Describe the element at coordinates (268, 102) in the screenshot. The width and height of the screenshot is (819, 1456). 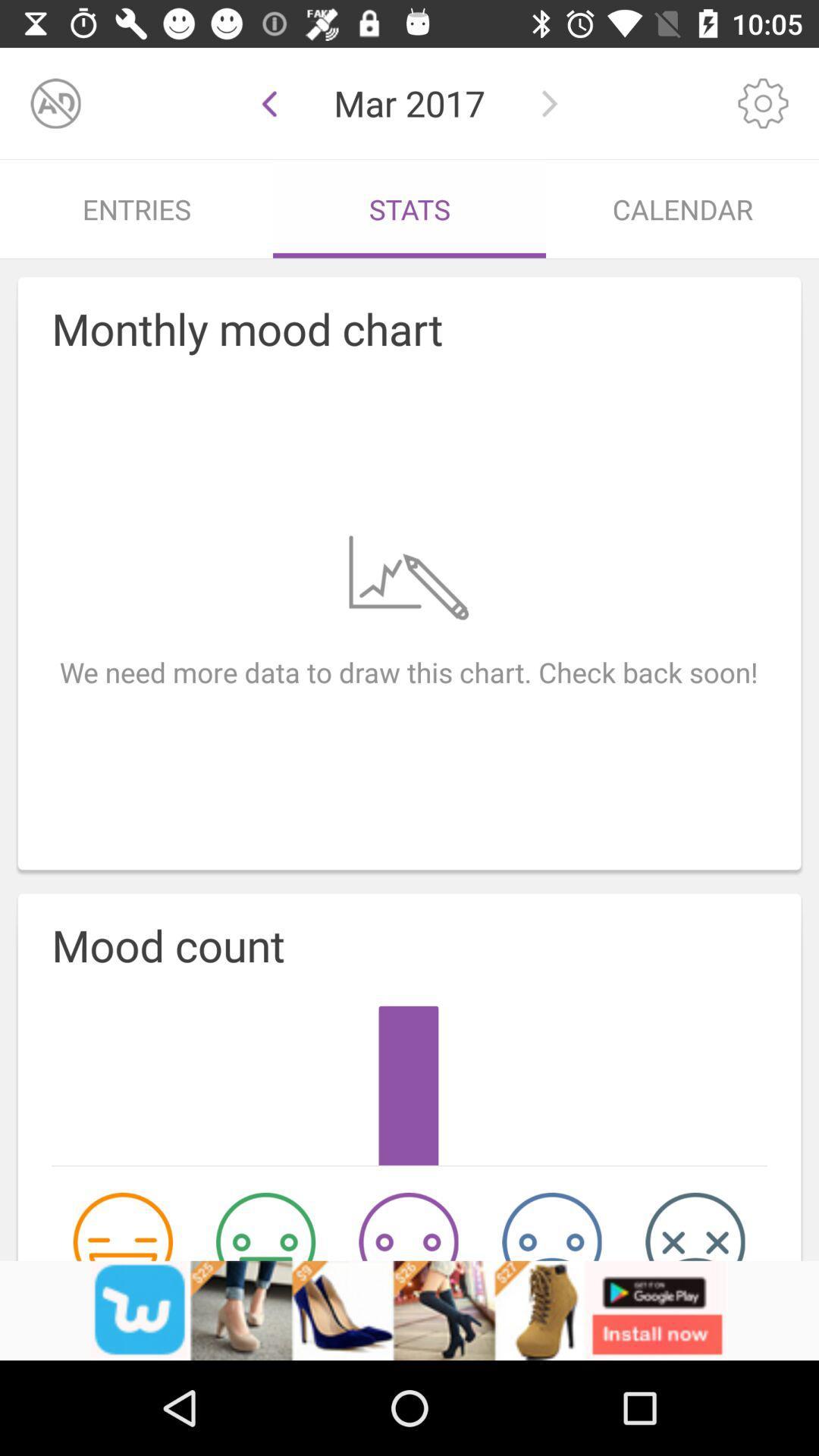
I see `backword to option` at that location.